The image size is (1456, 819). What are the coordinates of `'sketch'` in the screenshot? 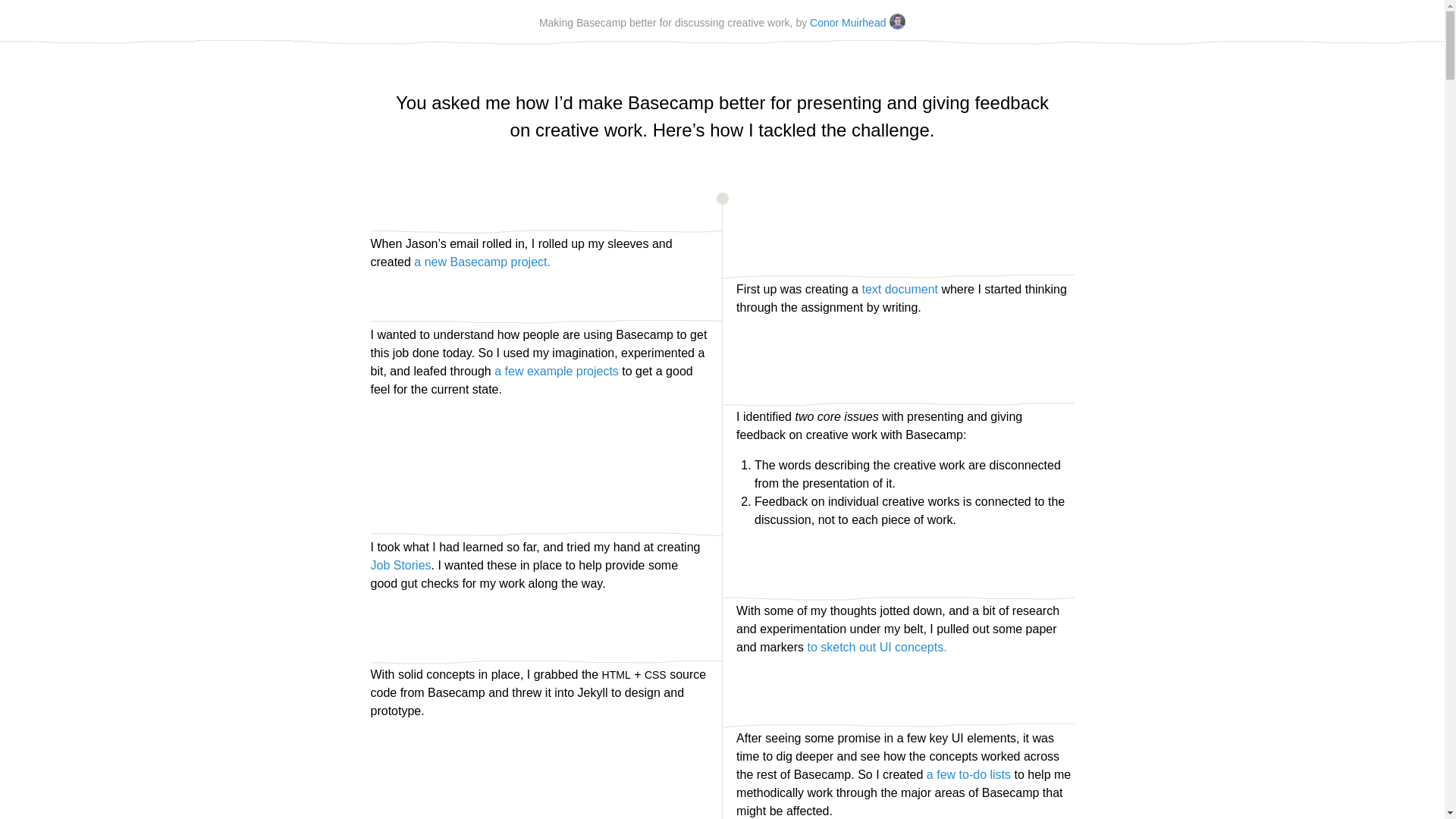 It's located at (819, 647).